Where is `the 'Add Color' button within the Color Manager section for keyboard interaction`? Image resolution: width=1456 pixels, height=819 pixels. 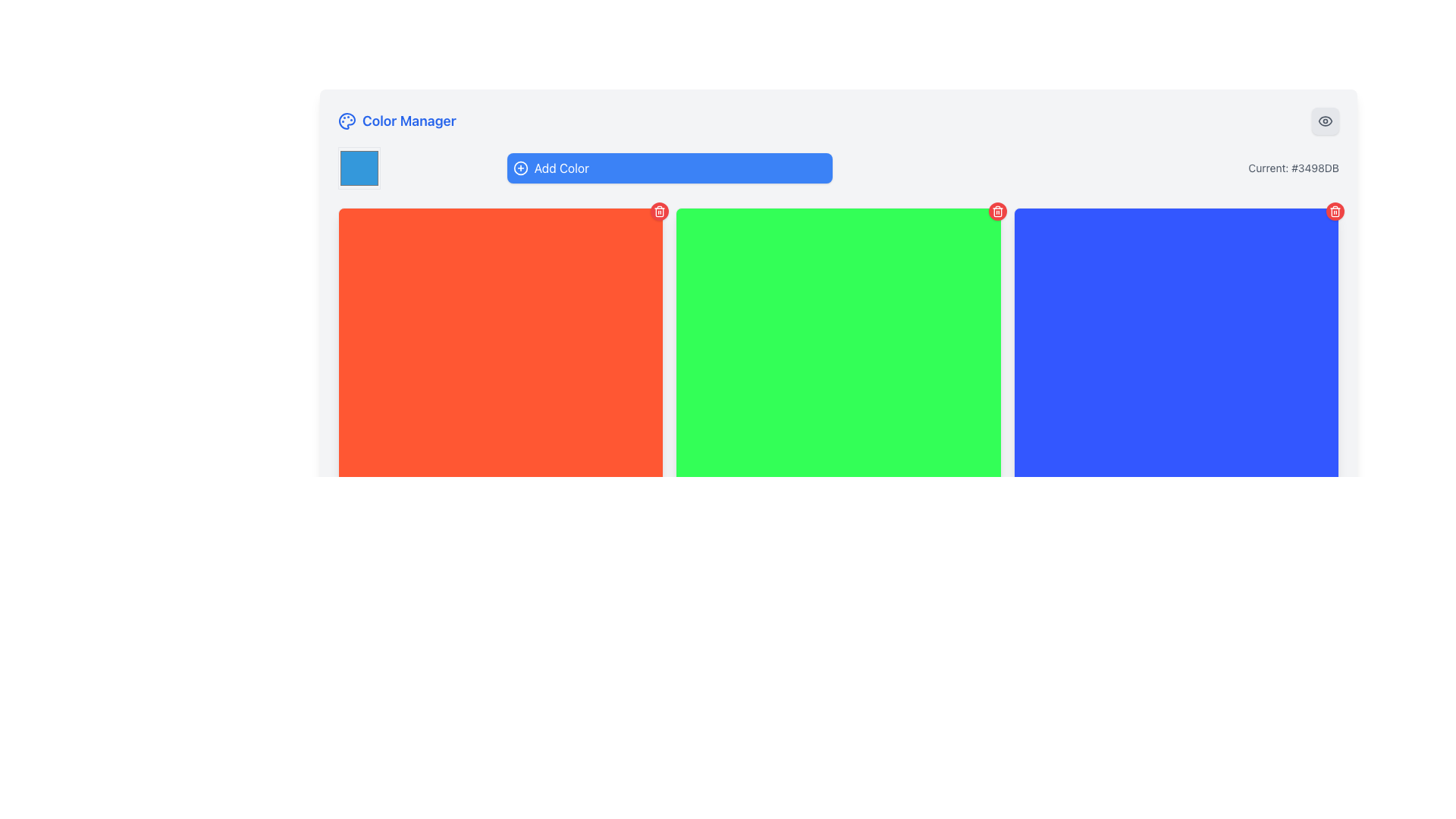 the 'Add Color' button within the Color Manager section for keyboard interaction is located at coordinates (837, 168).